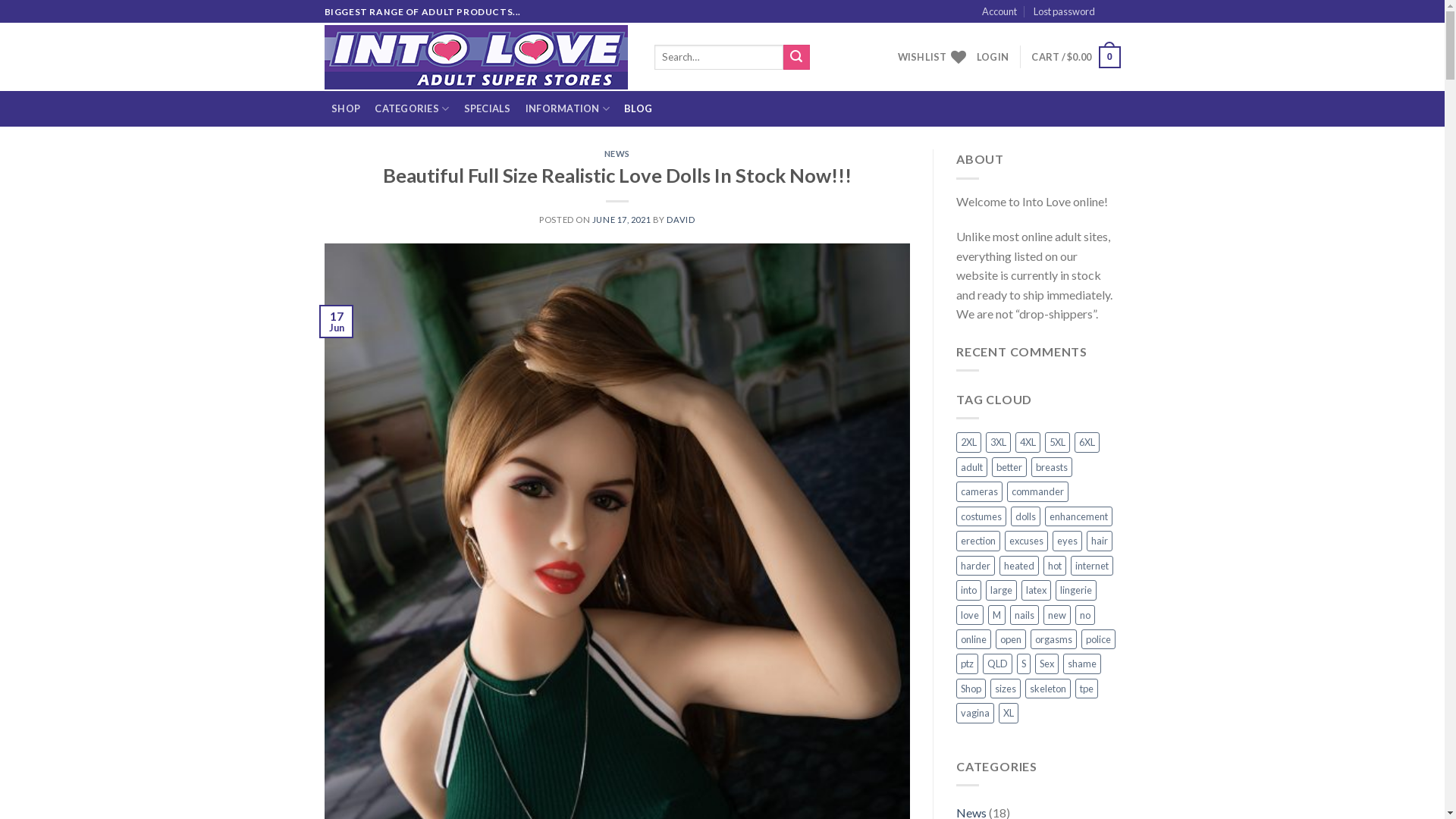 The height and width of the screenshot is (819, 1456). What do you see at coordinates (930, 55) in the screenshot?
I see `'WISHLIST'` at bounding box center [930, 55].